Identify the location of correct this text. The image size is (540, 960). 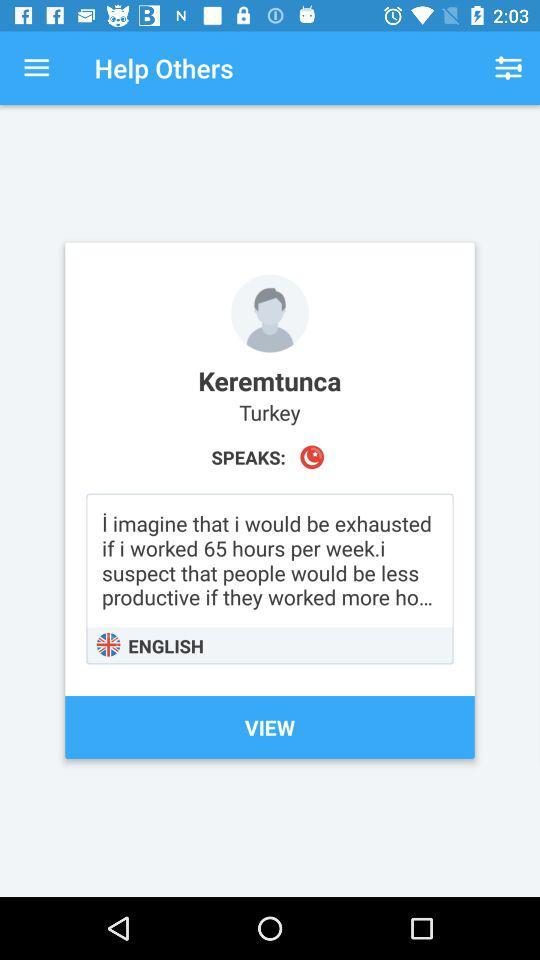
(270, 578).